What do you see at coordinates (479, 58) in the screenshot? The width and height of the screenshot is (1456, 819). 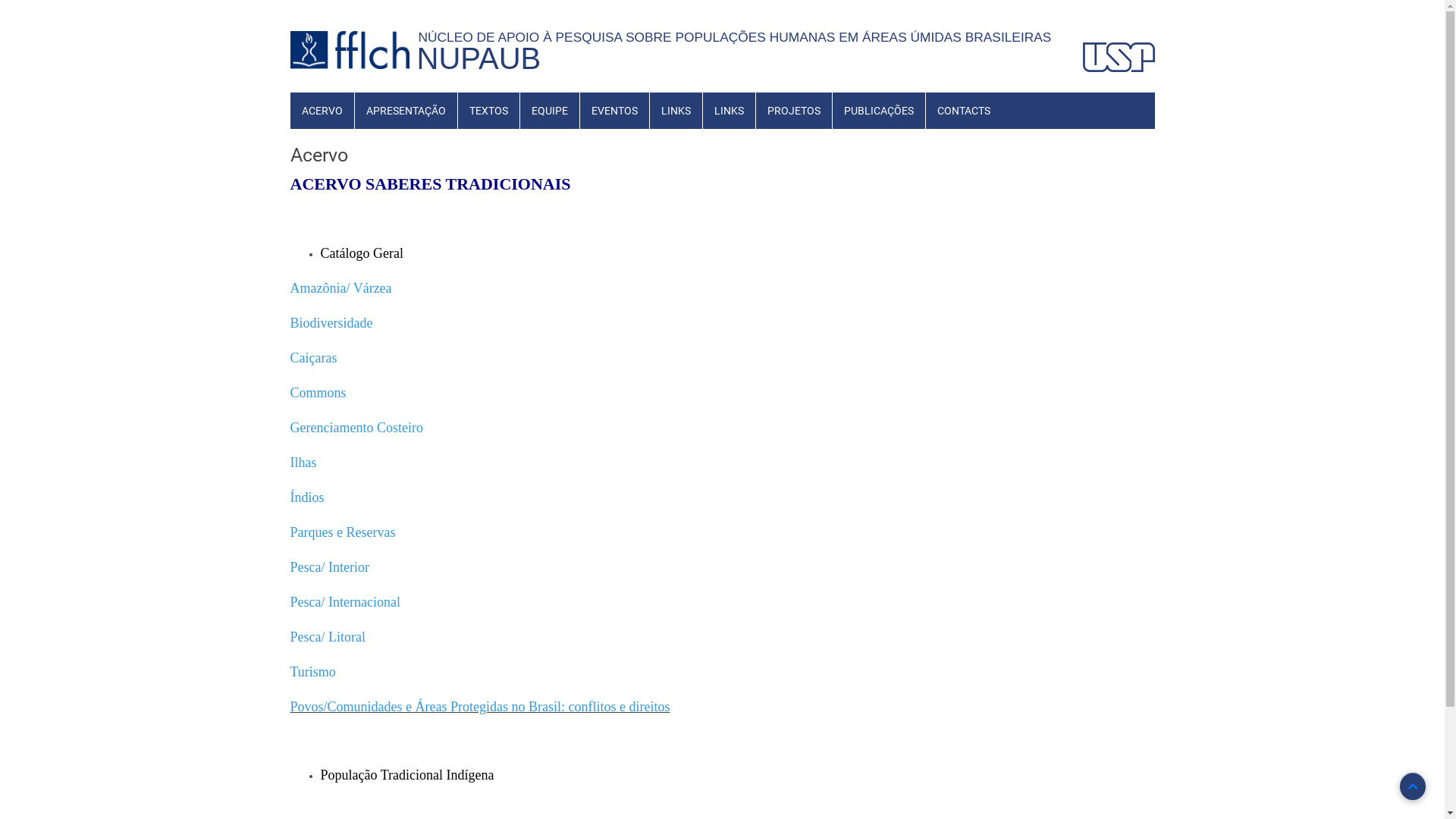 I see `'NUPAUB'` at bounding box center [479, 58].